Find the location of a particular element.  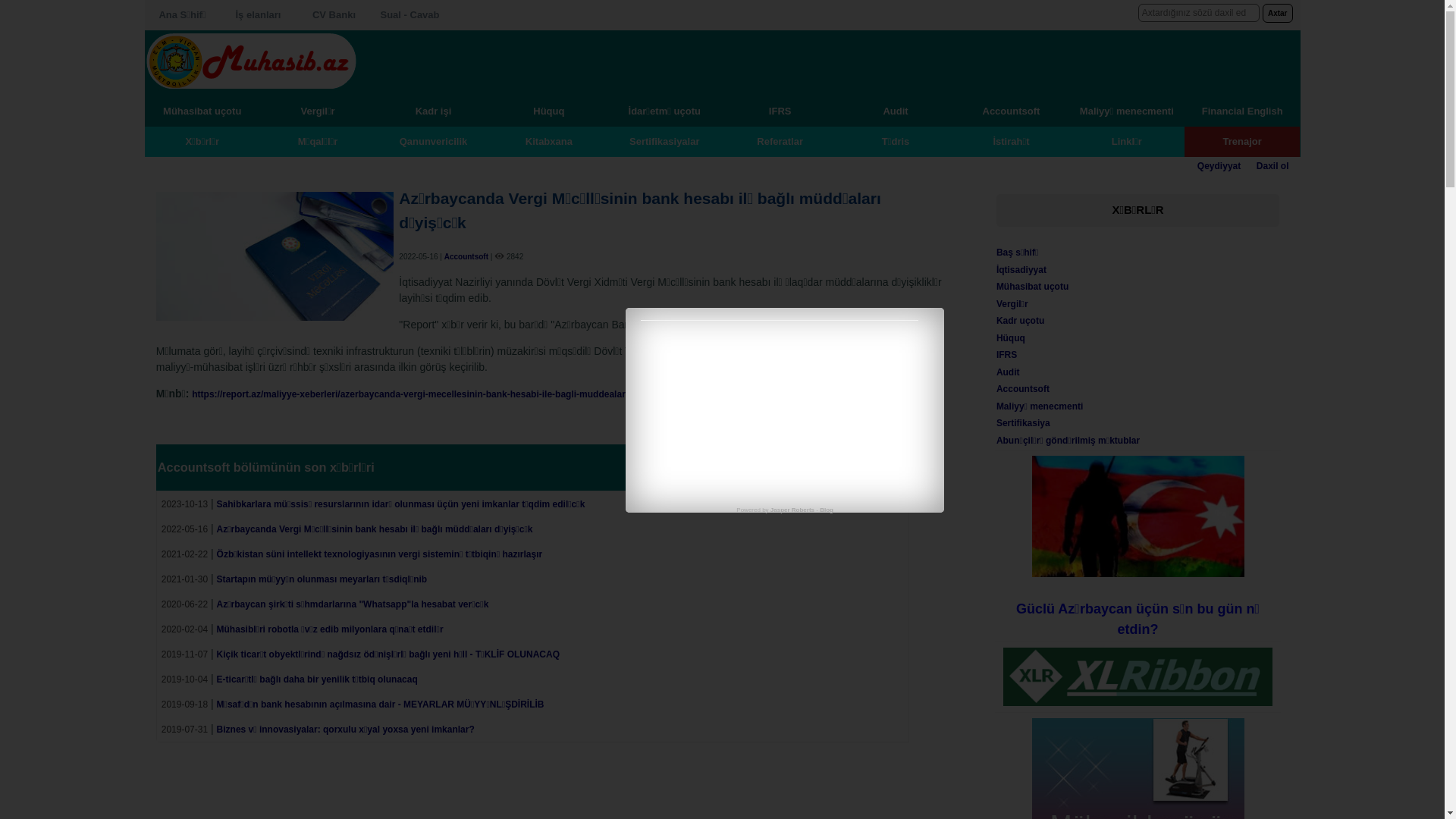

'Blog' is located at coordinates (825, 510).